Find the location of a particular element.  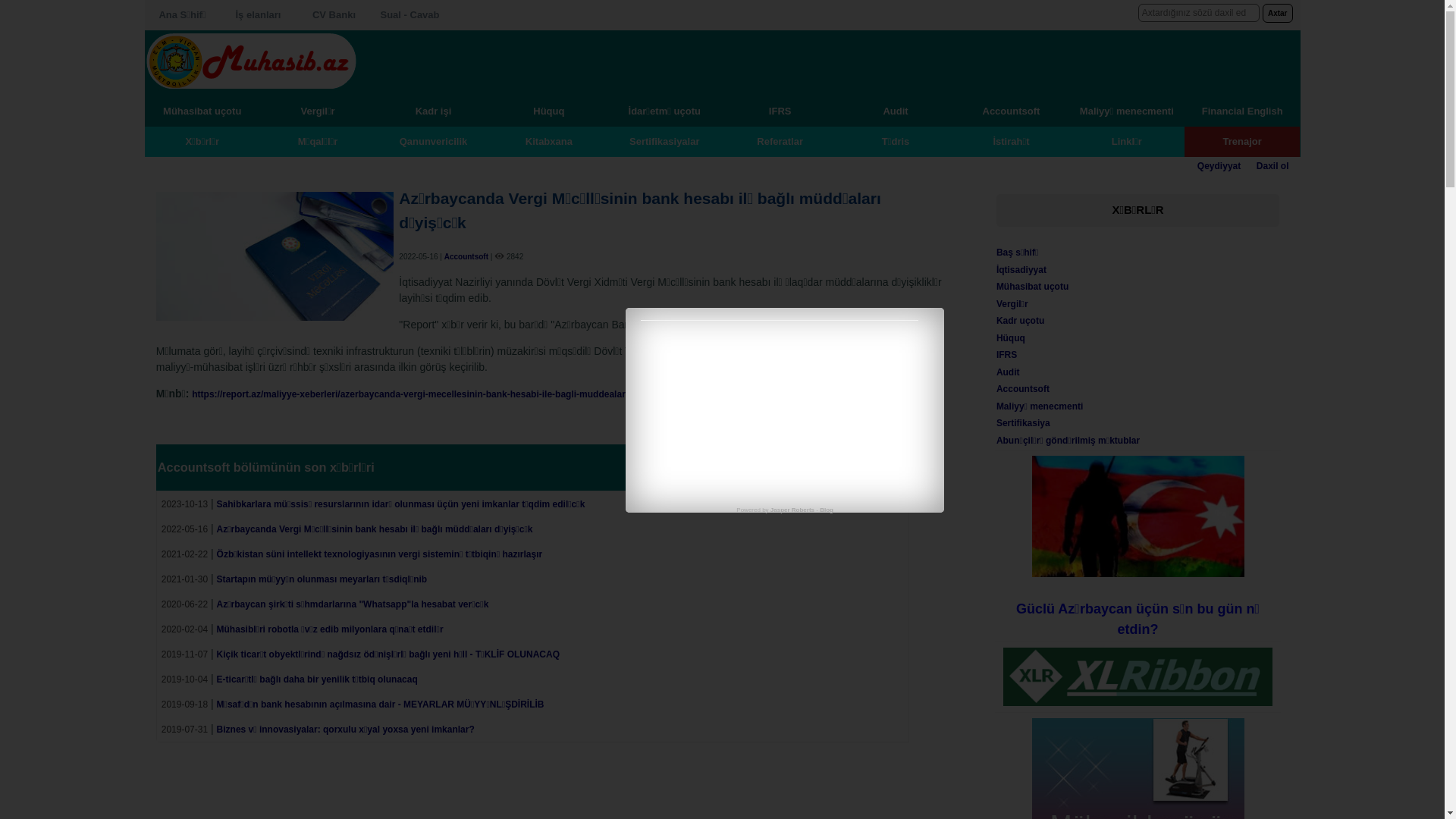

'Blog' is located at coordinates (825, 510).